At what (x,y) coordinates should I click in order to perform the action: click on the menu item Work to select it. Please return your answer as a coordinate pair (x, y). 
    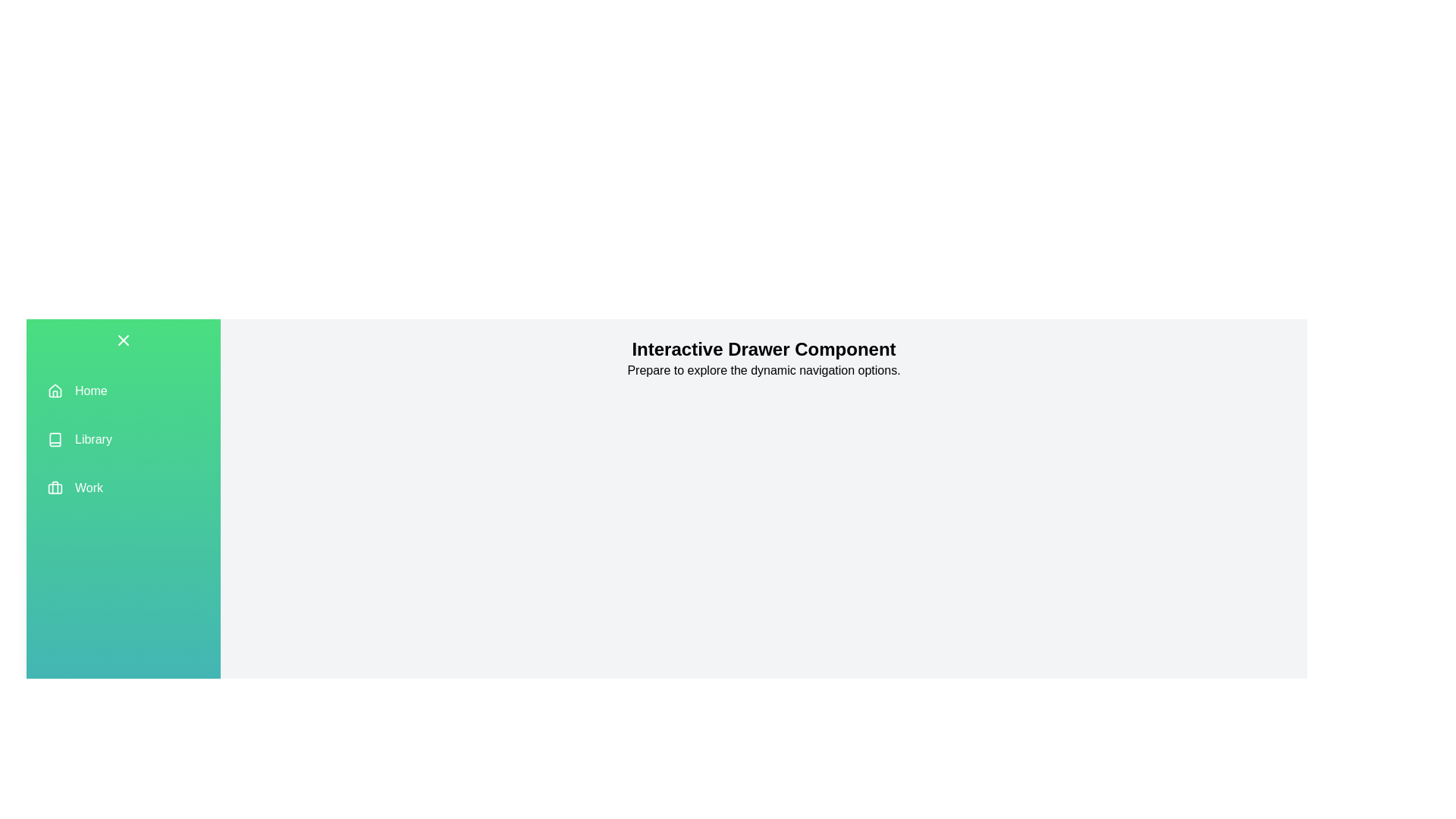
    Looking at the image, I should click on (124, 488).